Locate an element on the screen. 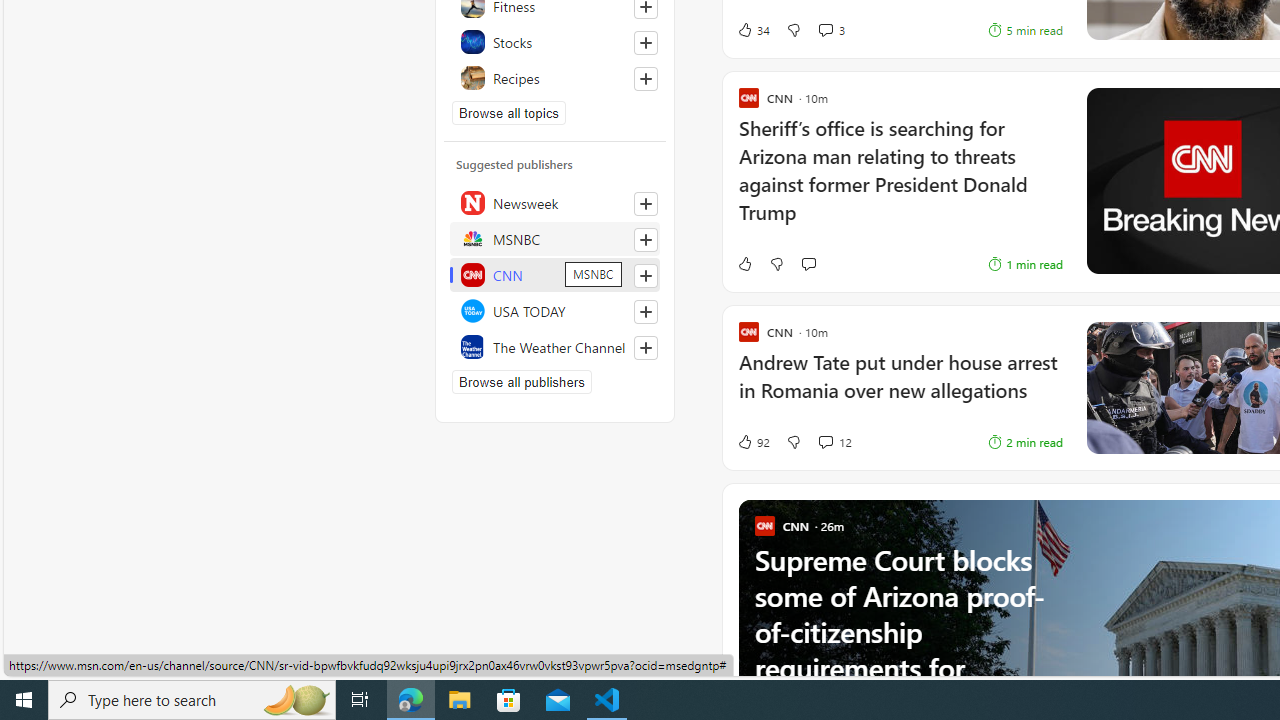  'USA TODAY' is located at coordinates (555, 311).